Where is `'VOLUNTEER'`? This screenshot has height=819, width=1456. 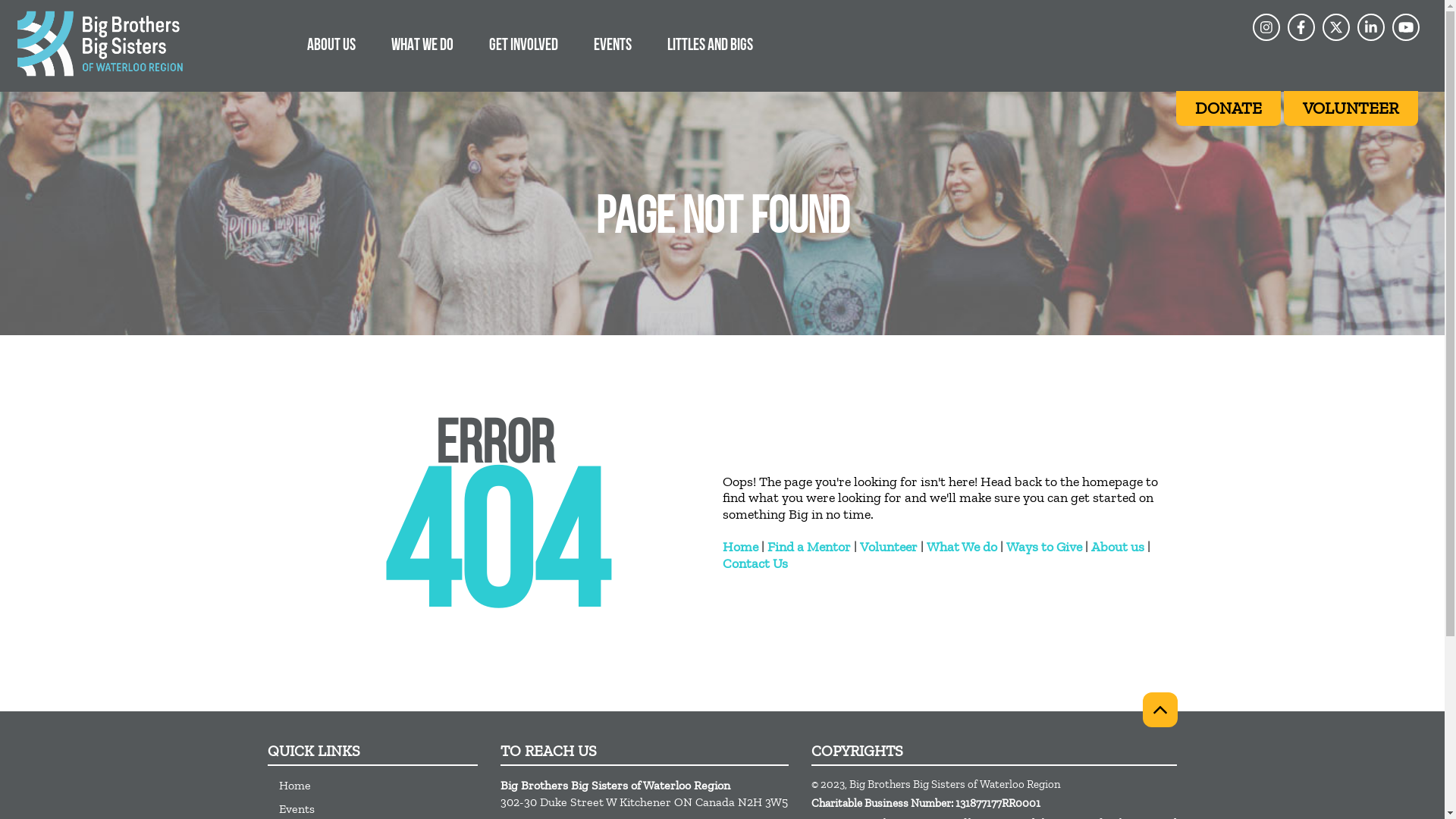 'VOLUNTEER' is located at coordinates (1351, 107).